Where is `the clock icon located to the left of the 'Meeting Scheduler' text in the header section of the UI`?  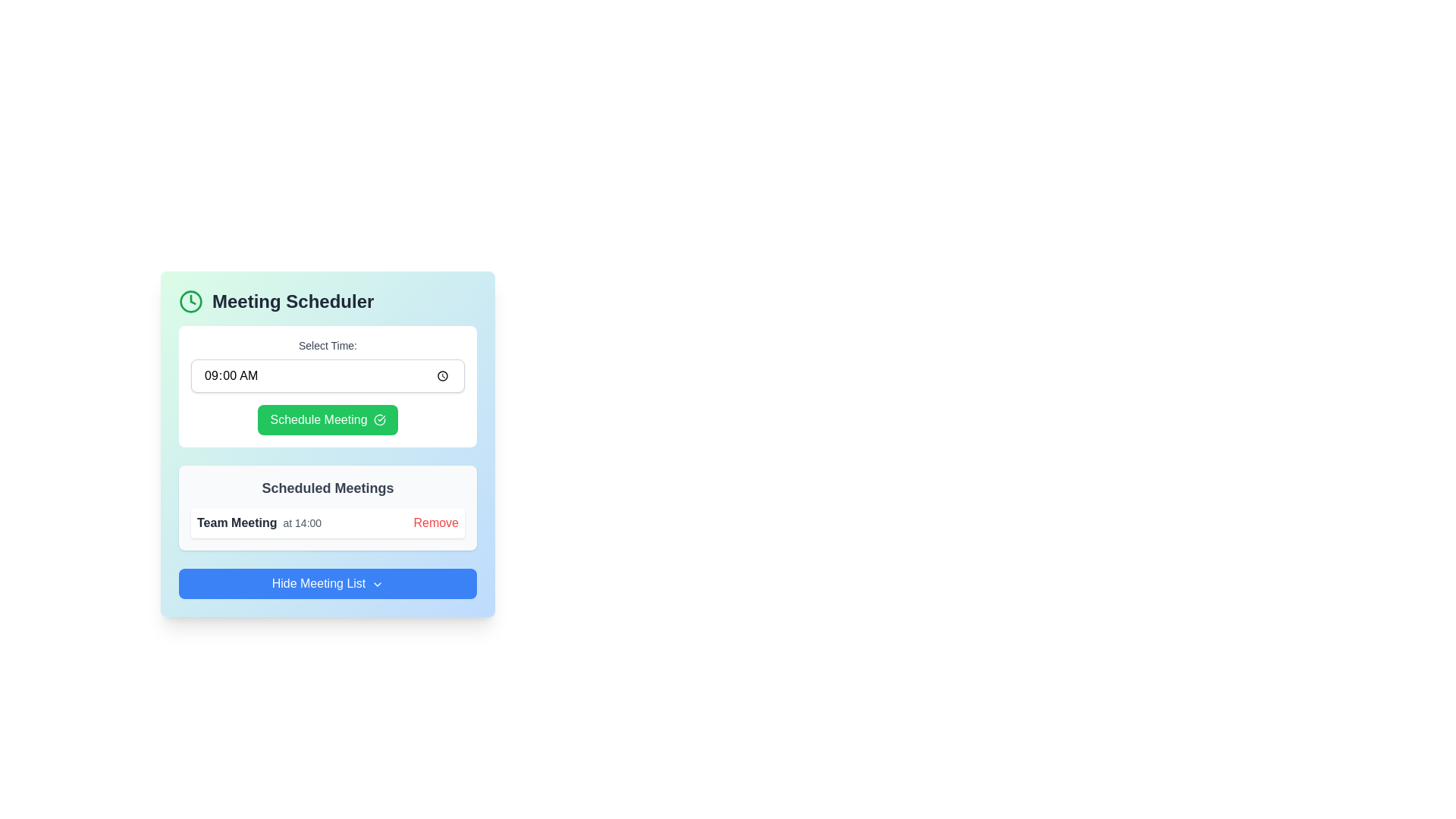
the clock icon located to the left of the 'Meeting Scheduler' text in the header section of the UI is located at coordinates (192, 300).